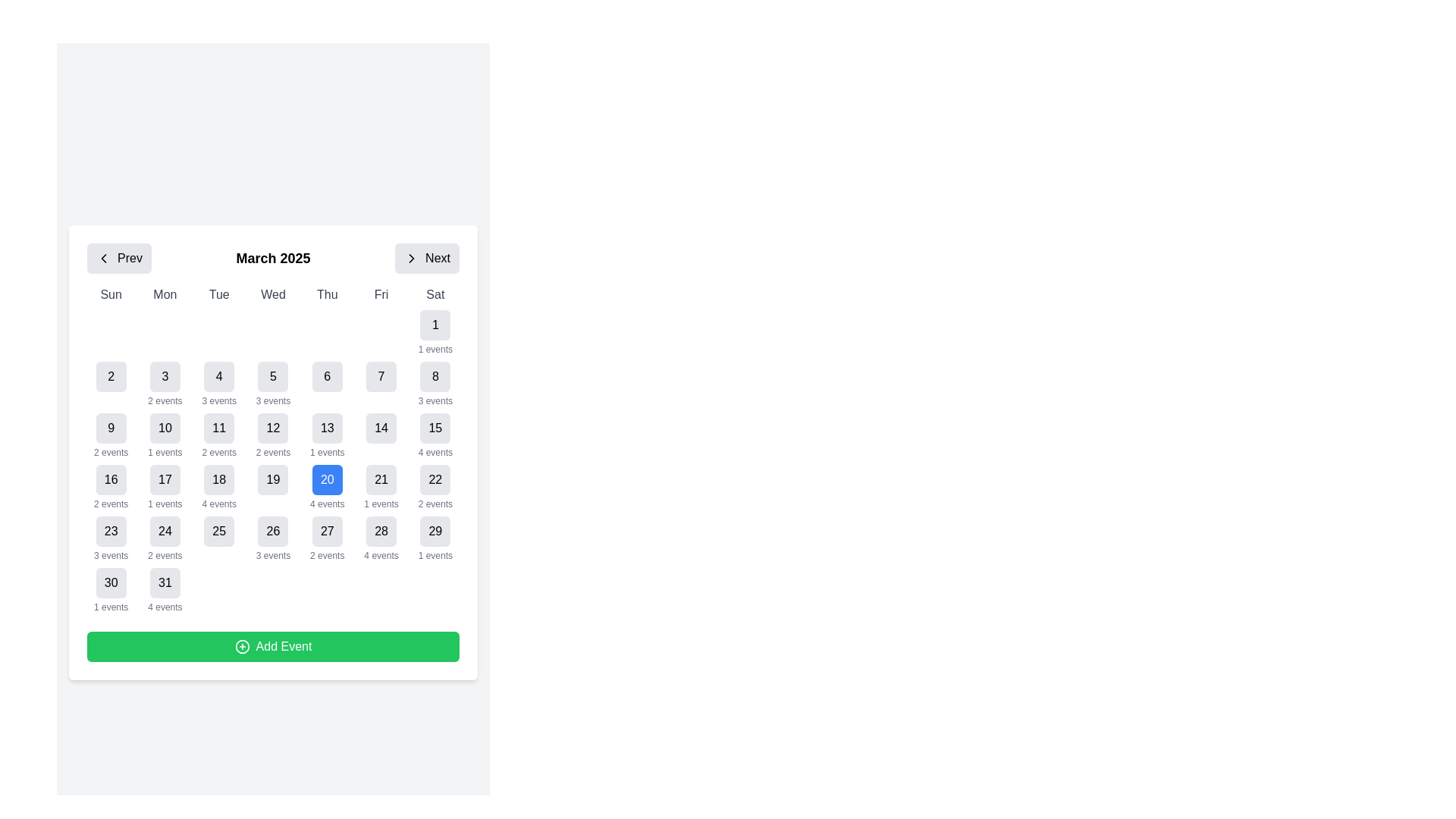 Image resolution: width=1456 pixels, height=819 pixels. I want to click on the text label displaying '2 events' located directly beneath the rounded square representing the ninth day of the calendar grid in the March 2025 view, so click(110, 452).